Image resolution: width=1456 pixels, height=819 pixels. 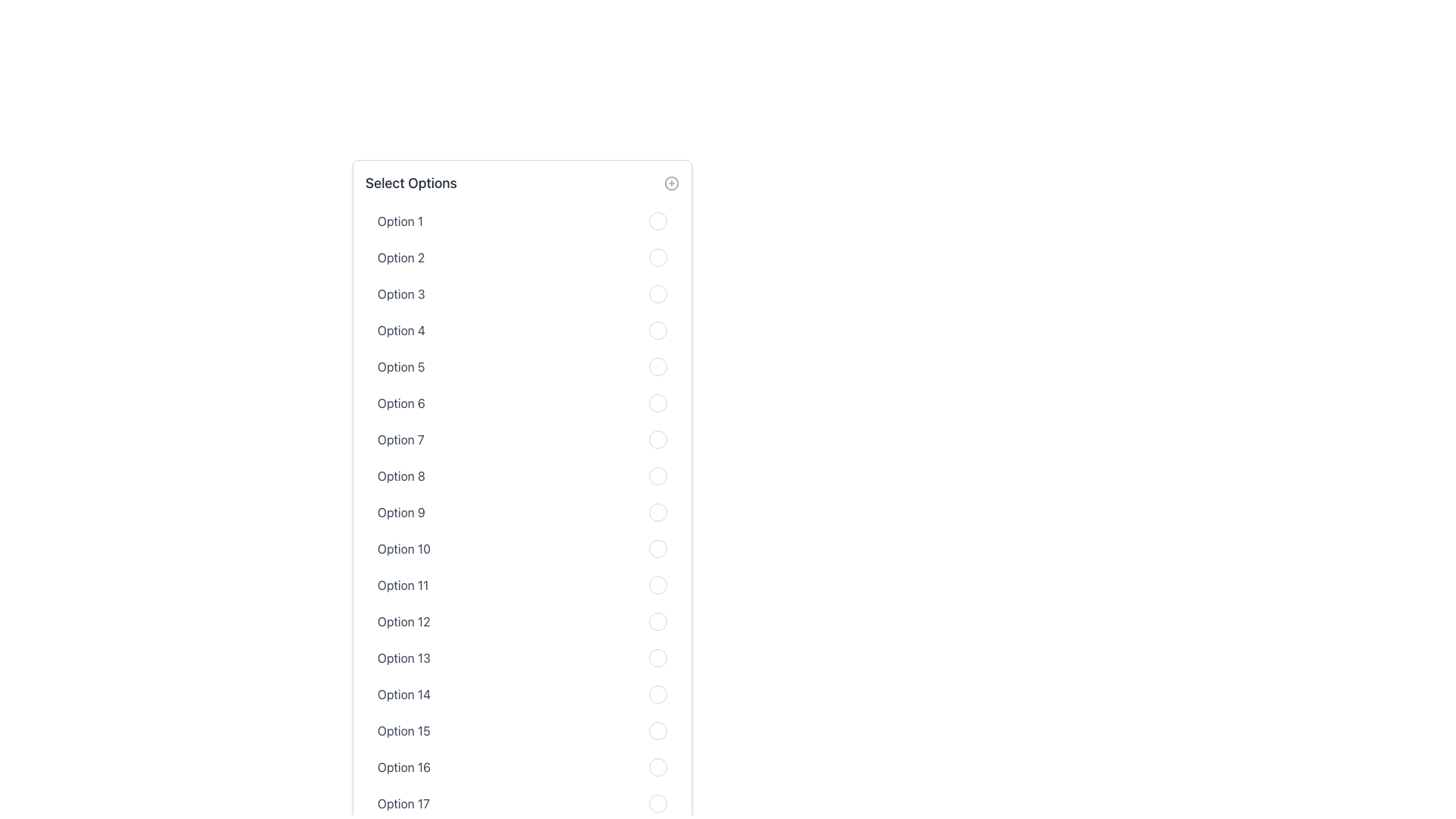 I want to click on the 'Option 3' label in the selection menu, which is the third label in a vertical list and aligned with a radio button, so click(x=401, y=294).